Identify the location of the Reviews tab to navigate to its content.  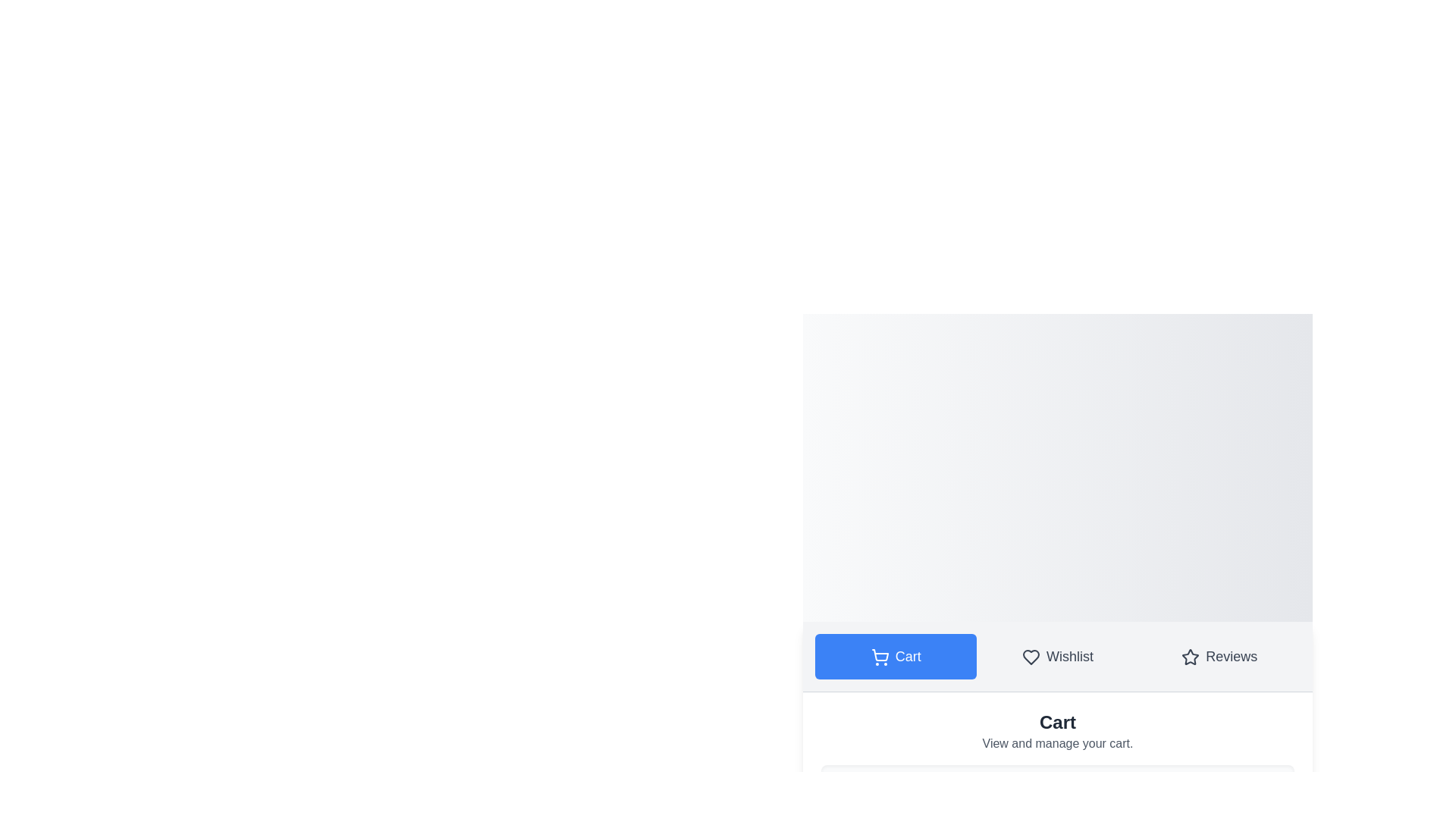
(1219, 655).